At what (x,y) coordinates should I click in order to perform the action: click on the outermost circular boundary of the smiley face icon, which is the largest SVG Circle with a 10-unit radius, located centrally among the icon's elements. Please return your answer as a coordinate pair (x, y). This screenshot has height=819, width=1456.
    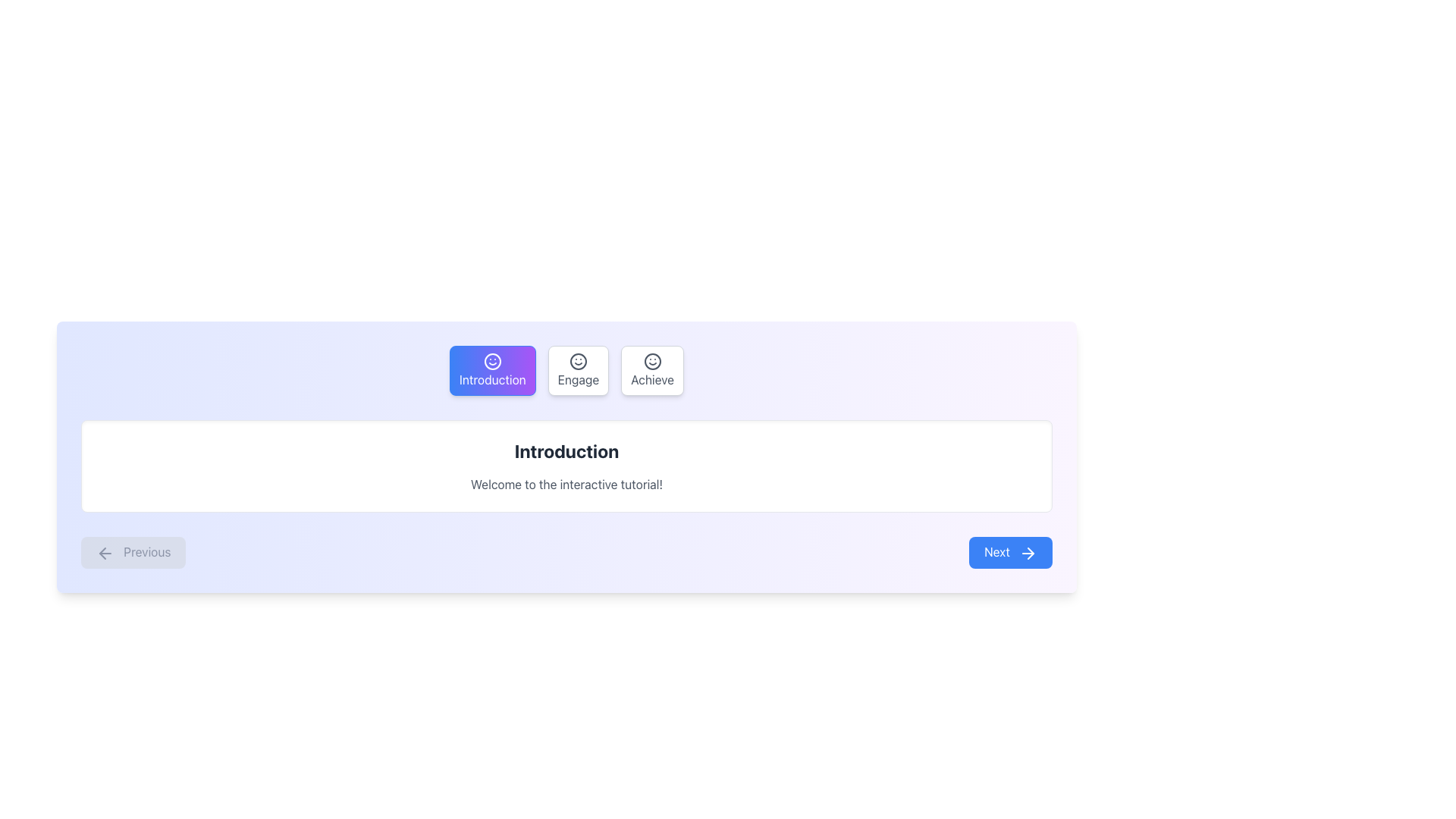
    Looking at the image, I should click on (492, 362).